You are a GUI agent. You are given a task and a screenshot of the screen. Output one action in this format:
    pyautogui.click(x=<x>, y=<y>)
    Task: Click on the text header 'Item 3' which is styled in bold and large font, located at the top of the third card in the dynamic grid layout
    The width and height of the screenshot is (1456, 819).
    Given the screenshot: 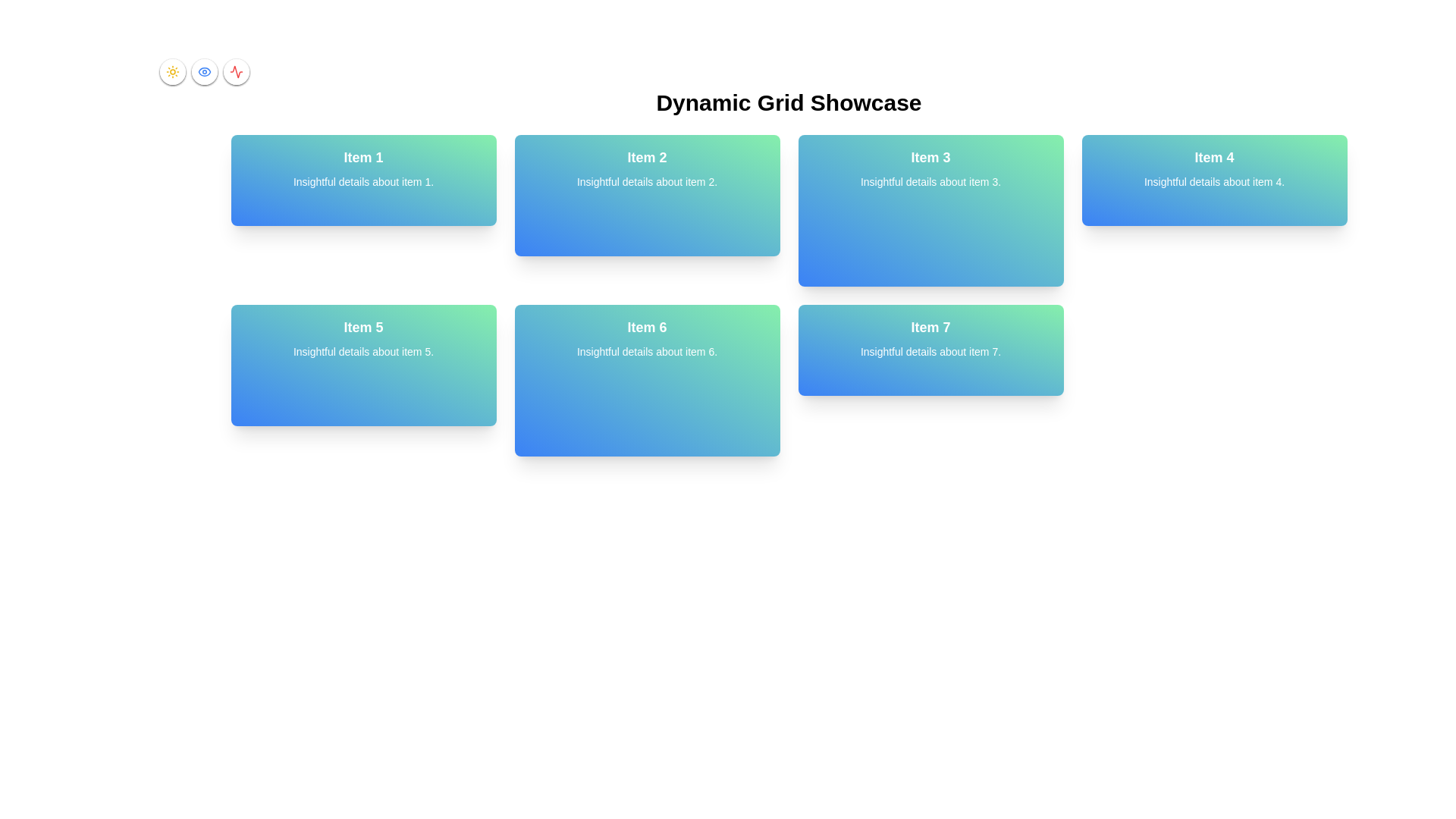 What is the action you would take?
    pyautogui.click(x=930, y=158)
    